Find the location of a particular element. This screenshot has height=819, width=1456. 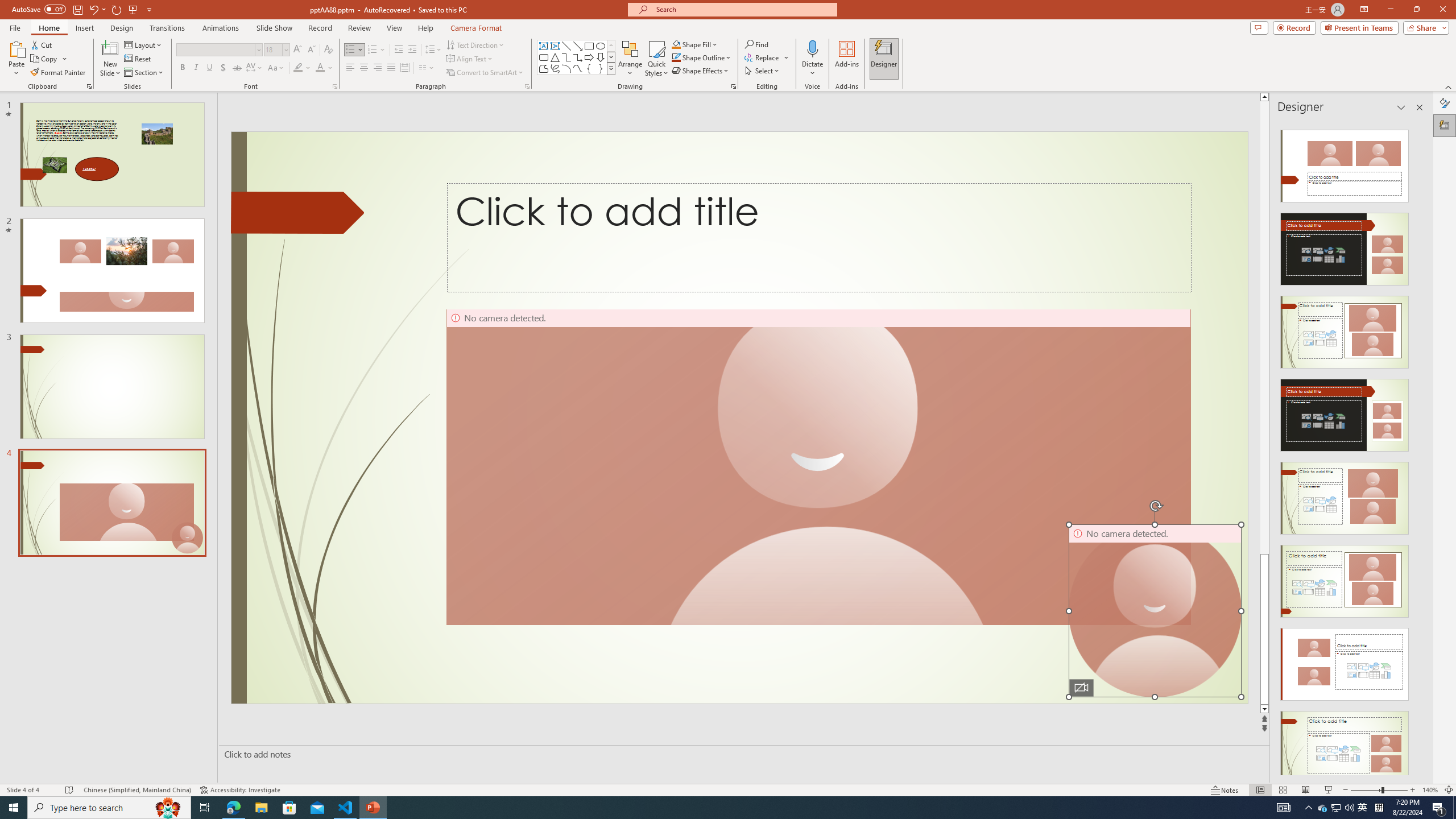

'Italic' is located at coordinates (195, 67).